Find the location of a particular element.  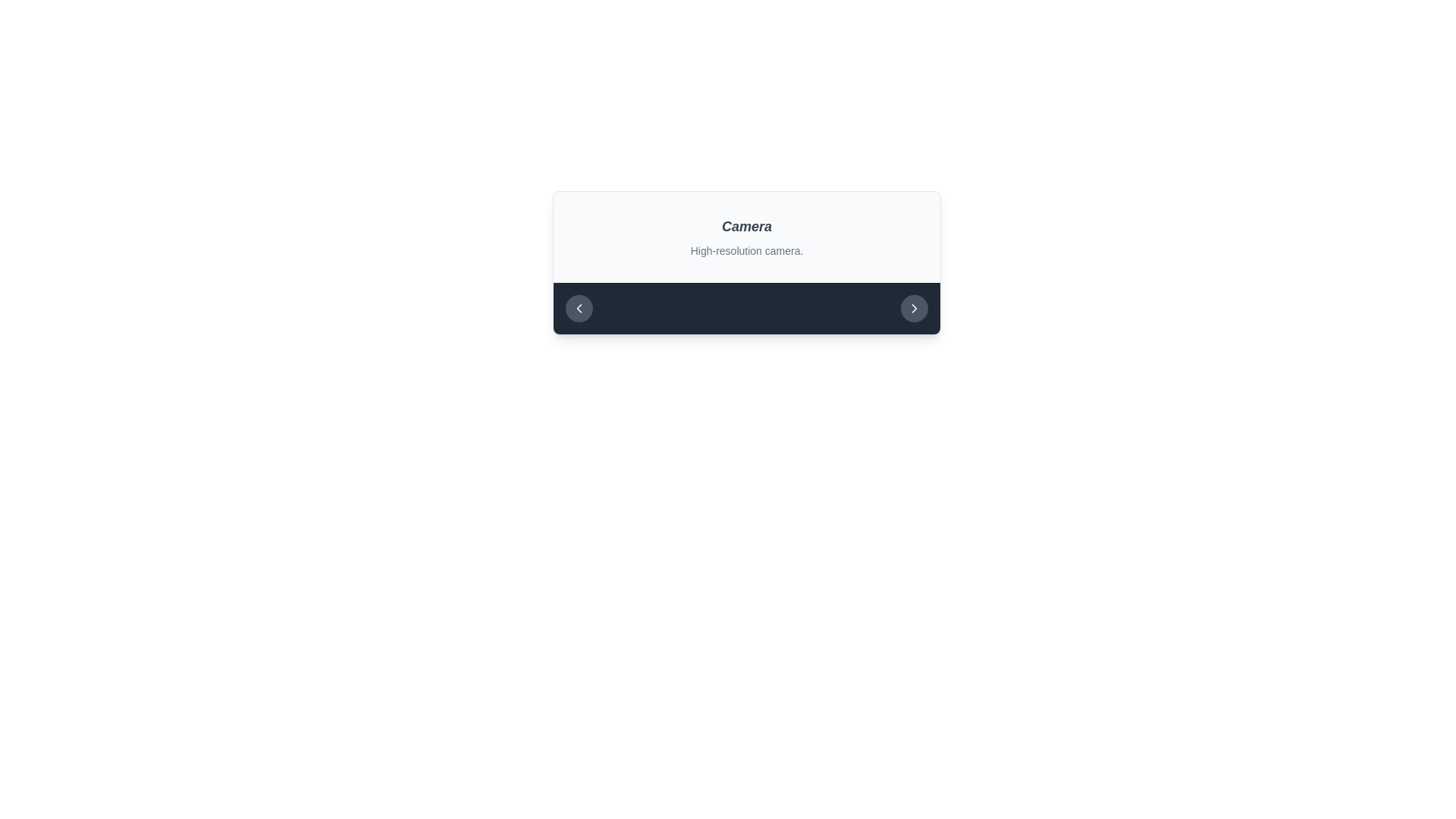

the circular button with a dark gray background and a white left-pointing chevron icon is located at coordinates (578, 308).